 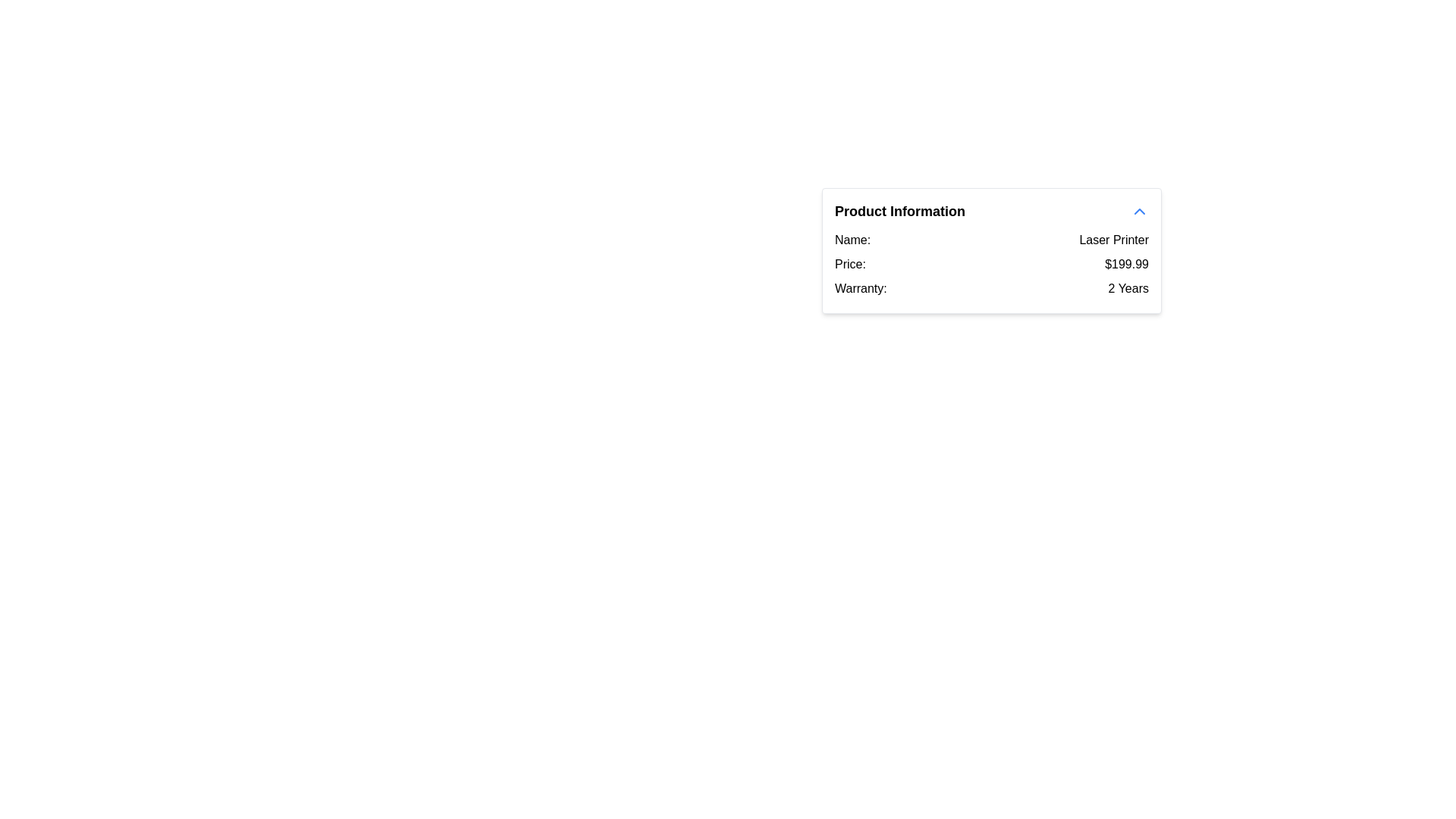 What do you see at coordinates (861, 289) in the screenshot?
I see `the text label displaying 'Warranty:' which is positioned in a small card, aligned to the left of the '2 Years' value` at bounding box center [861, 289].